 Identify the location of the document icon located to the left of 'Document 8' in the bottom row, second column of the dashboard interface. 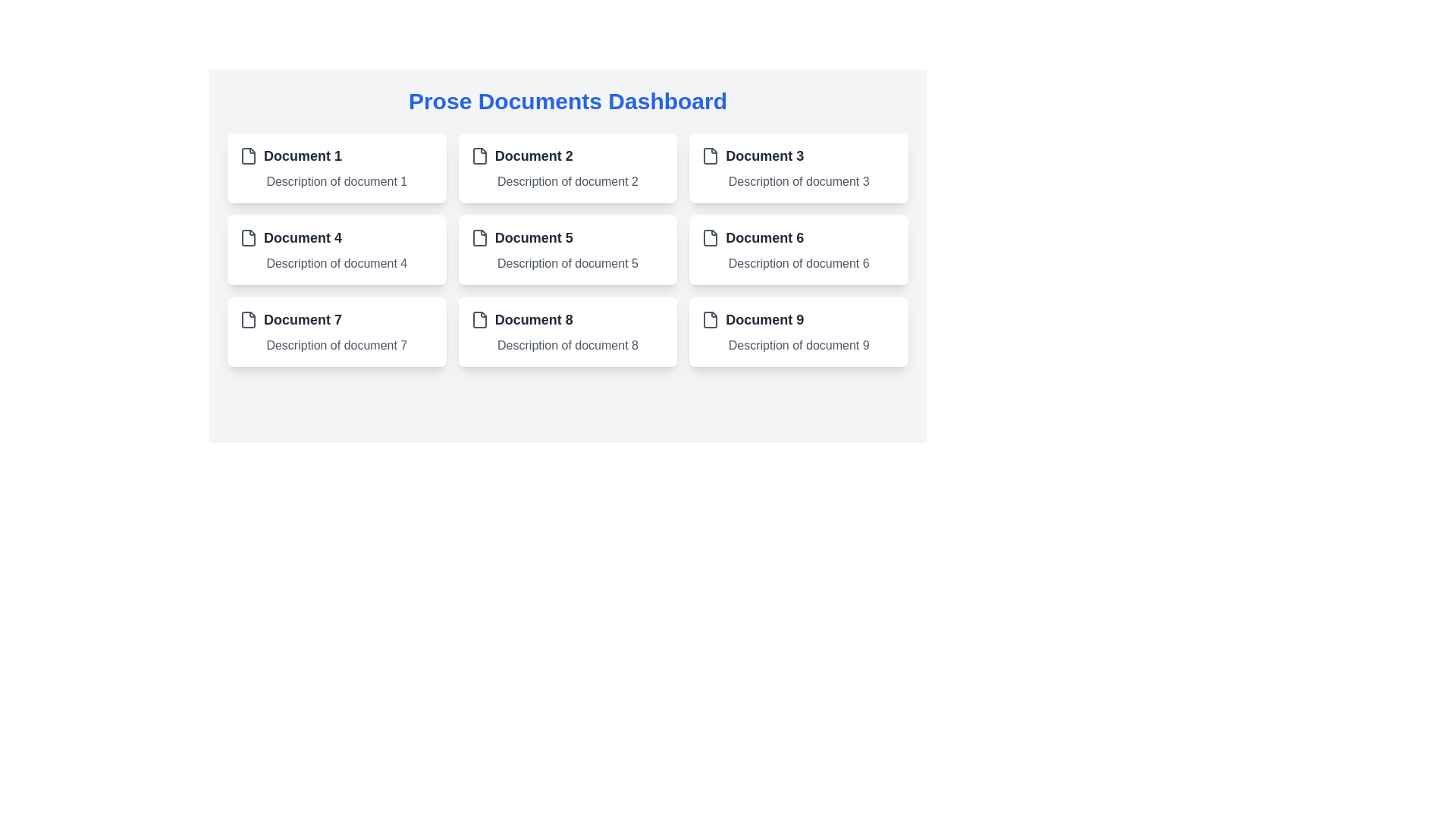
(479, 318).